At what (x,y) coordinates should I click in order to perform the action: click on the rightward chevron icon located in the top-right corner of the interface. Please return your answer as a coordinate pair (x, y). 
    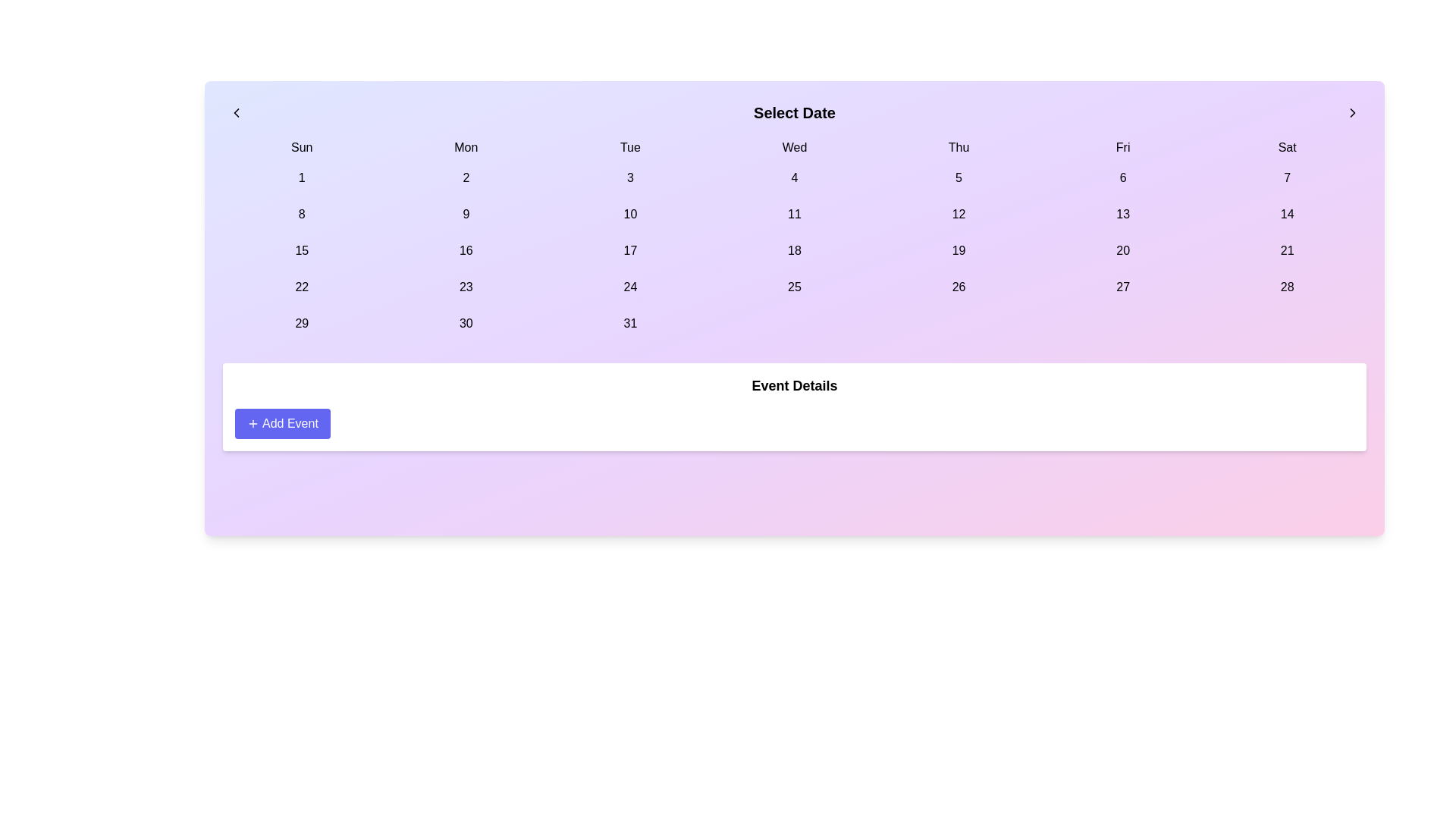
    Looking at the image, I should click on (1353, 112).